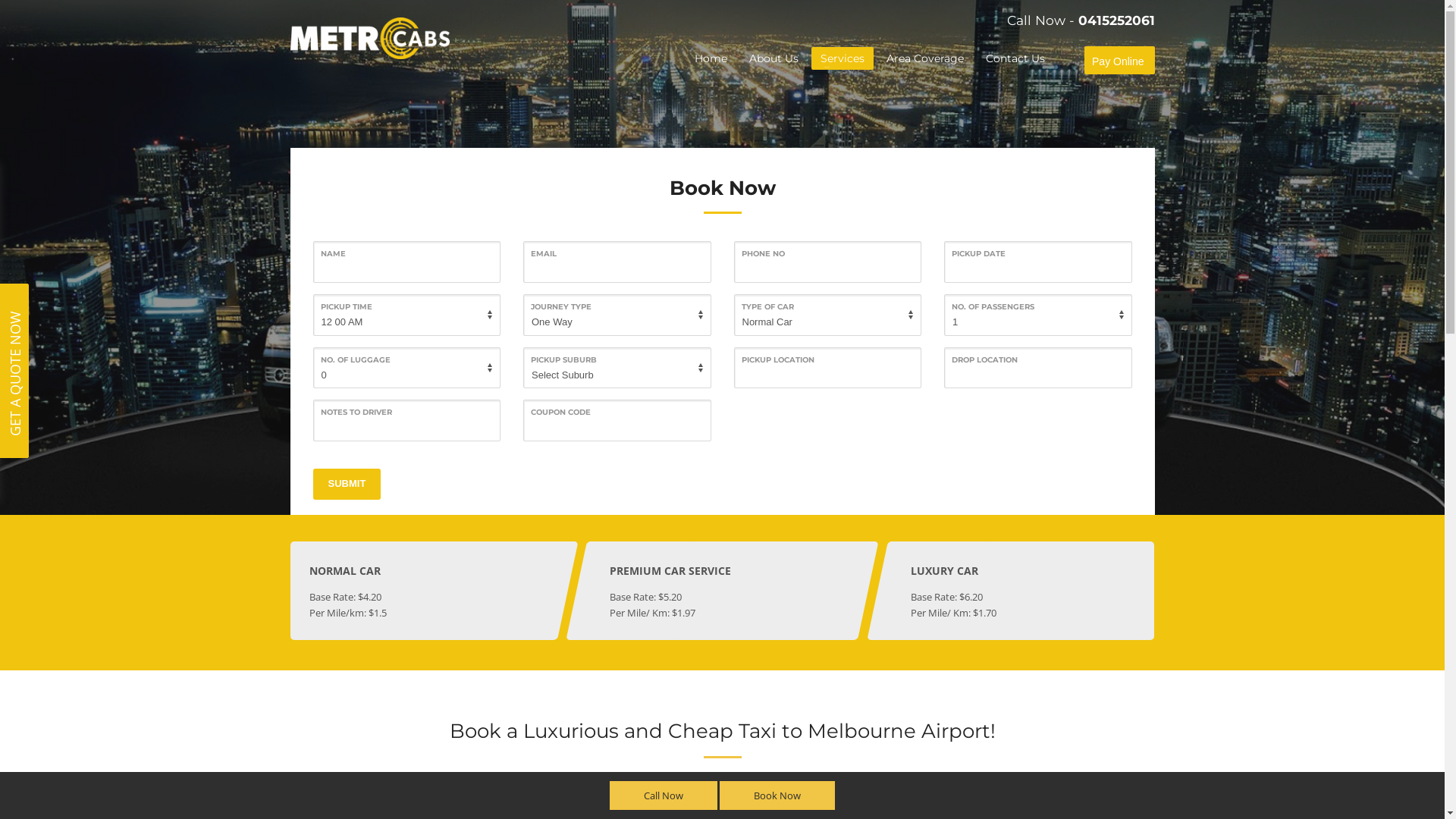 The height and width of the screenshot is (819, 1456). I want to click on 'Call Now', so click(663, 795).